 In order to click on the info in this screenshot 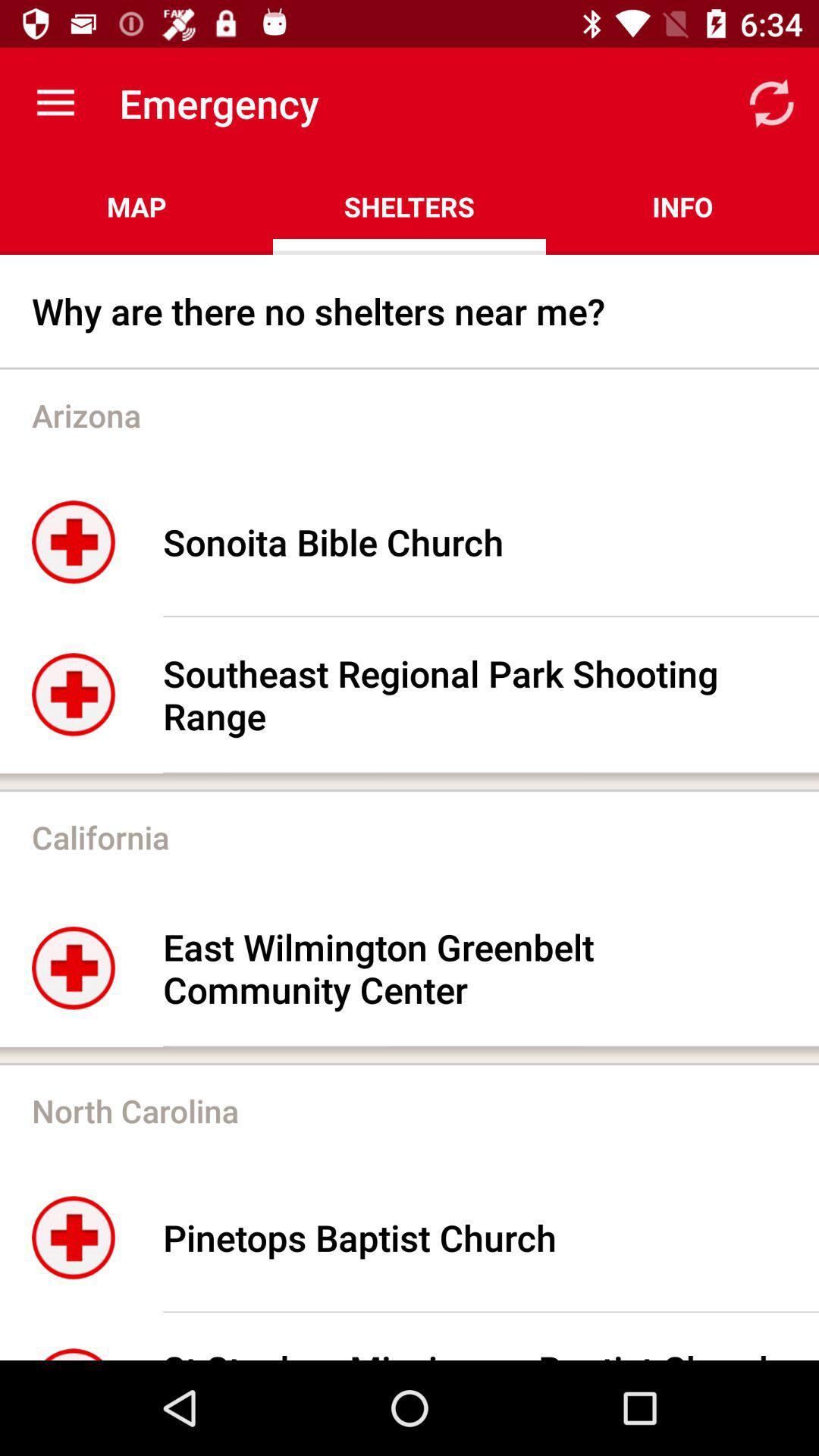, I will do `click(681, 206)`.